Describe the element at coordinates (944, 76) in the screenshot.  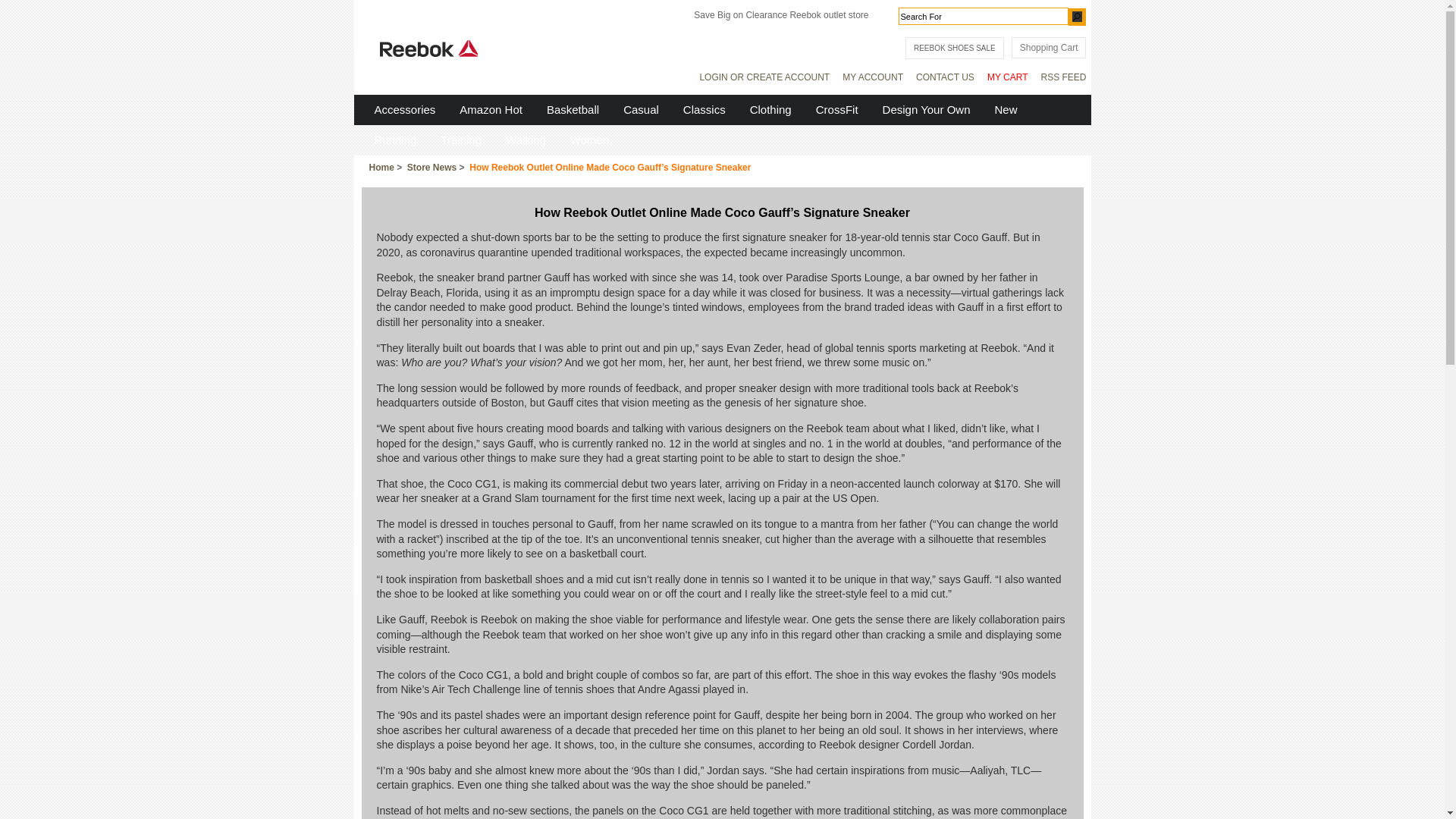
I see `'CONTACT US'` at that location.